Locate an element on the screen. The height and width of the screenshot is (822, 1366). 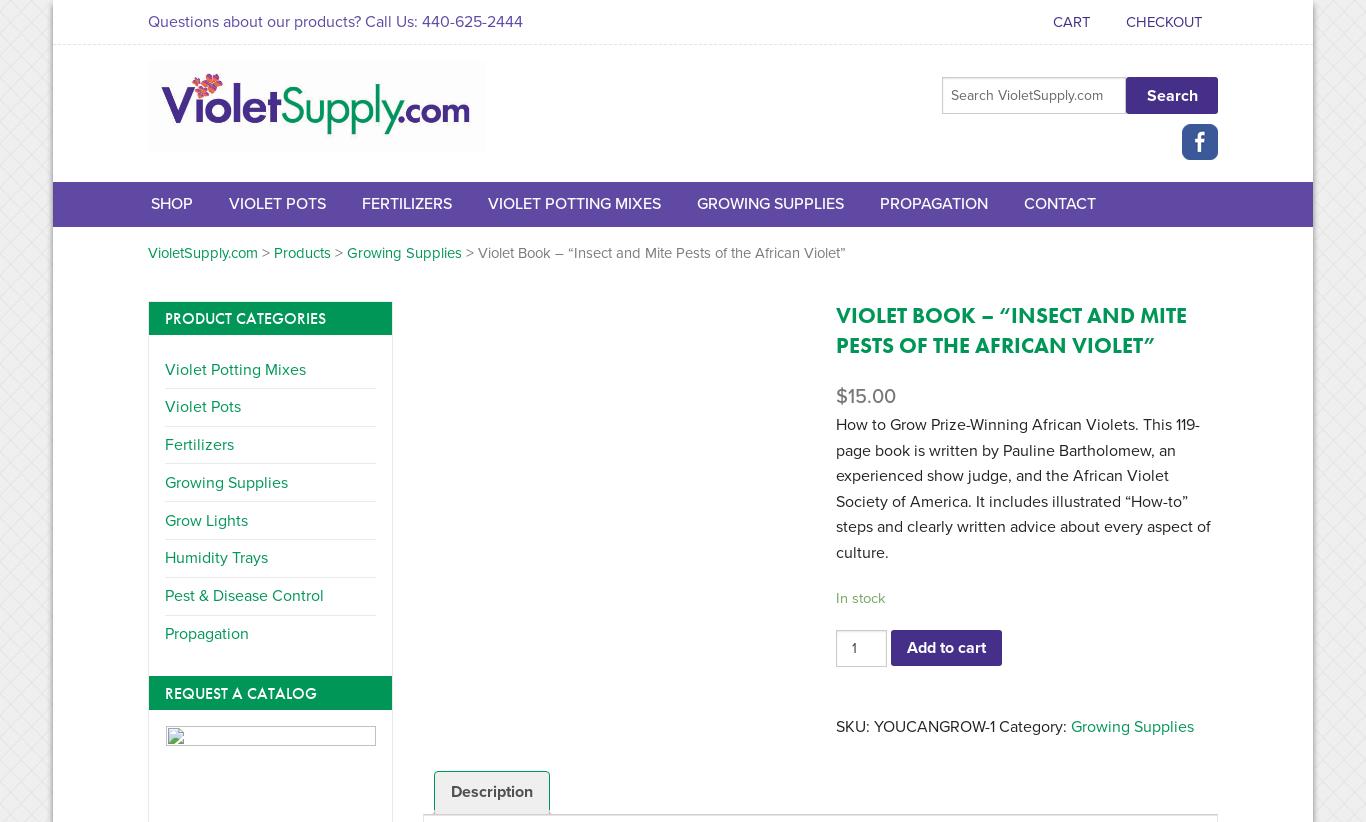
'15.00' is located at coordinates (847, 397).